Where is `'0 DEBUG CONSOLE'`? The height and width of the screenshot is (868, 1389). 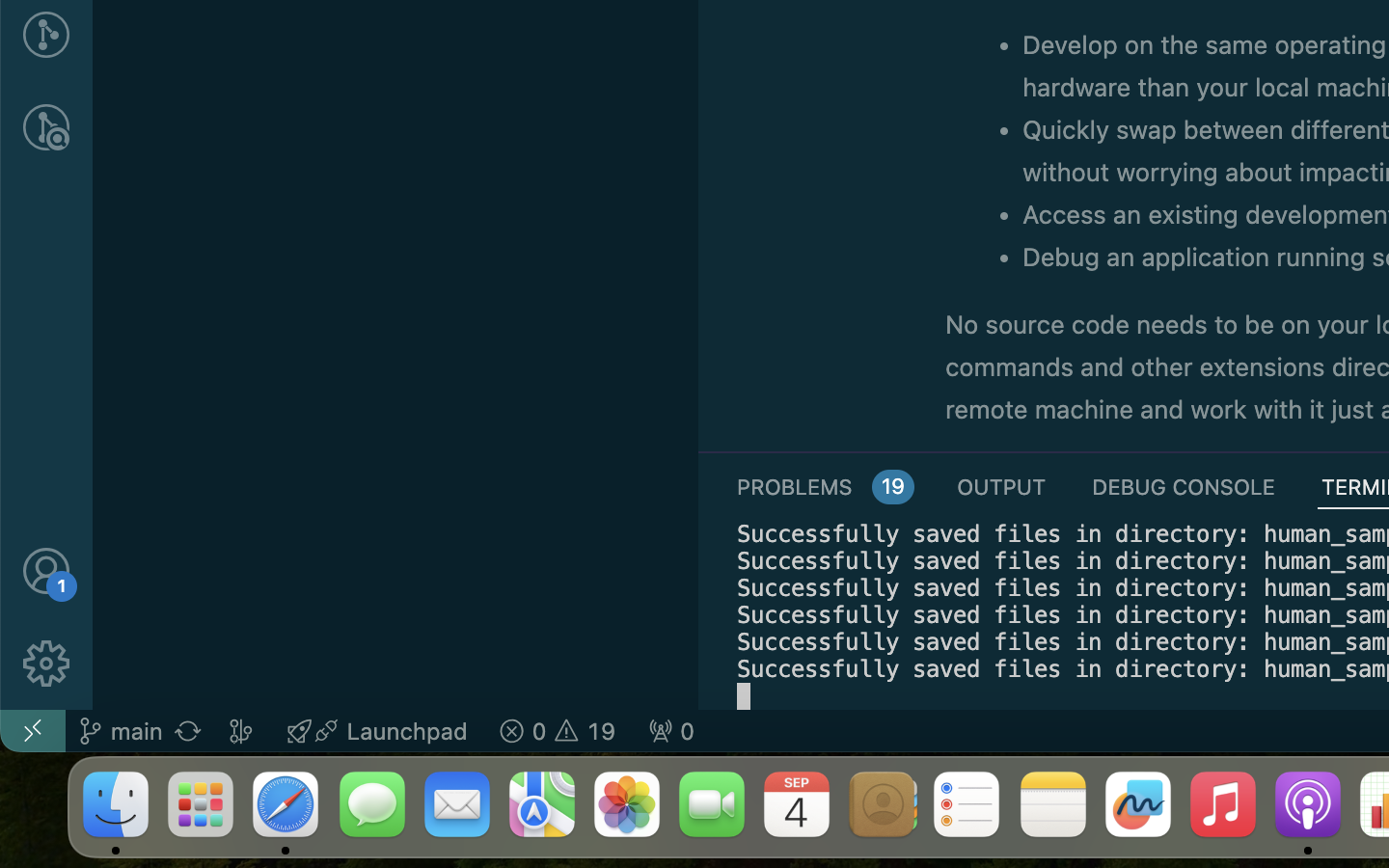
'0 DEBUG CONSOLE' is located at coordinates (1183, 485).